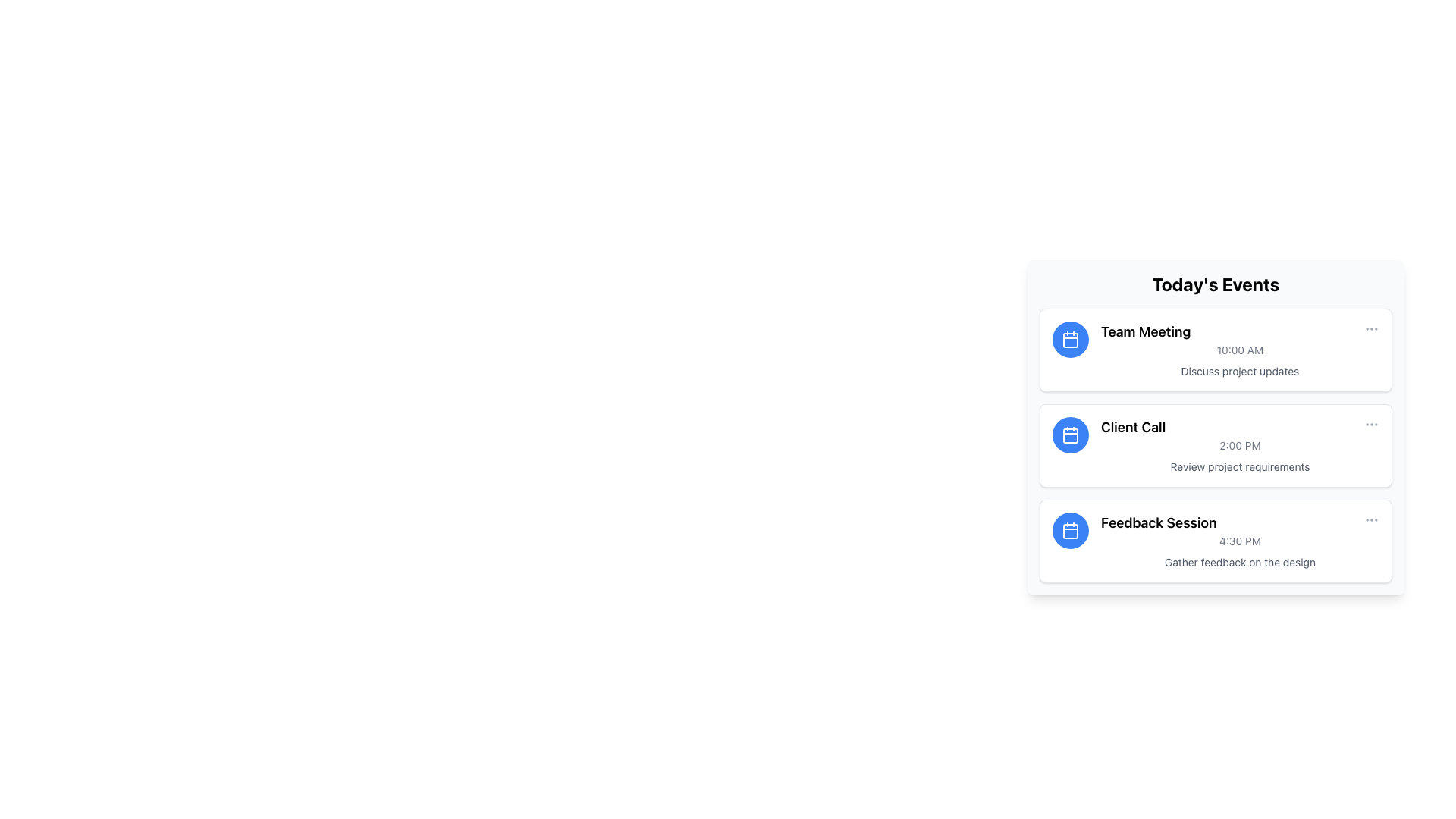  What do you see at coordinates (1240, 540) in the screenshot?
I see `the text label displaying '4:30 PM' located at the bottom-center of the event card titled 'Feedback Session'` at bounding box center [1240, 540].